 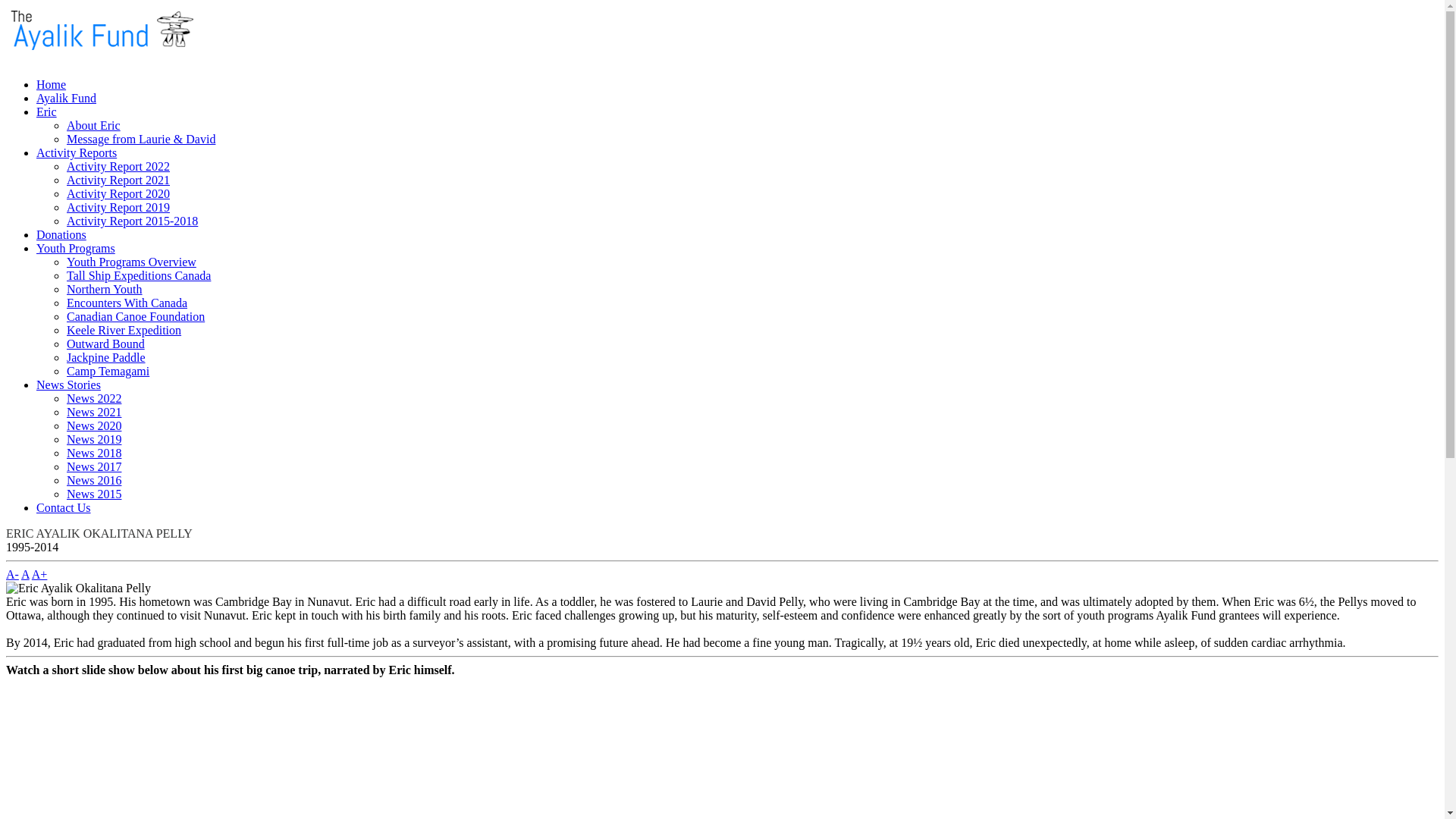 I want to click on 'News 2018', so click(x=65, y=452).